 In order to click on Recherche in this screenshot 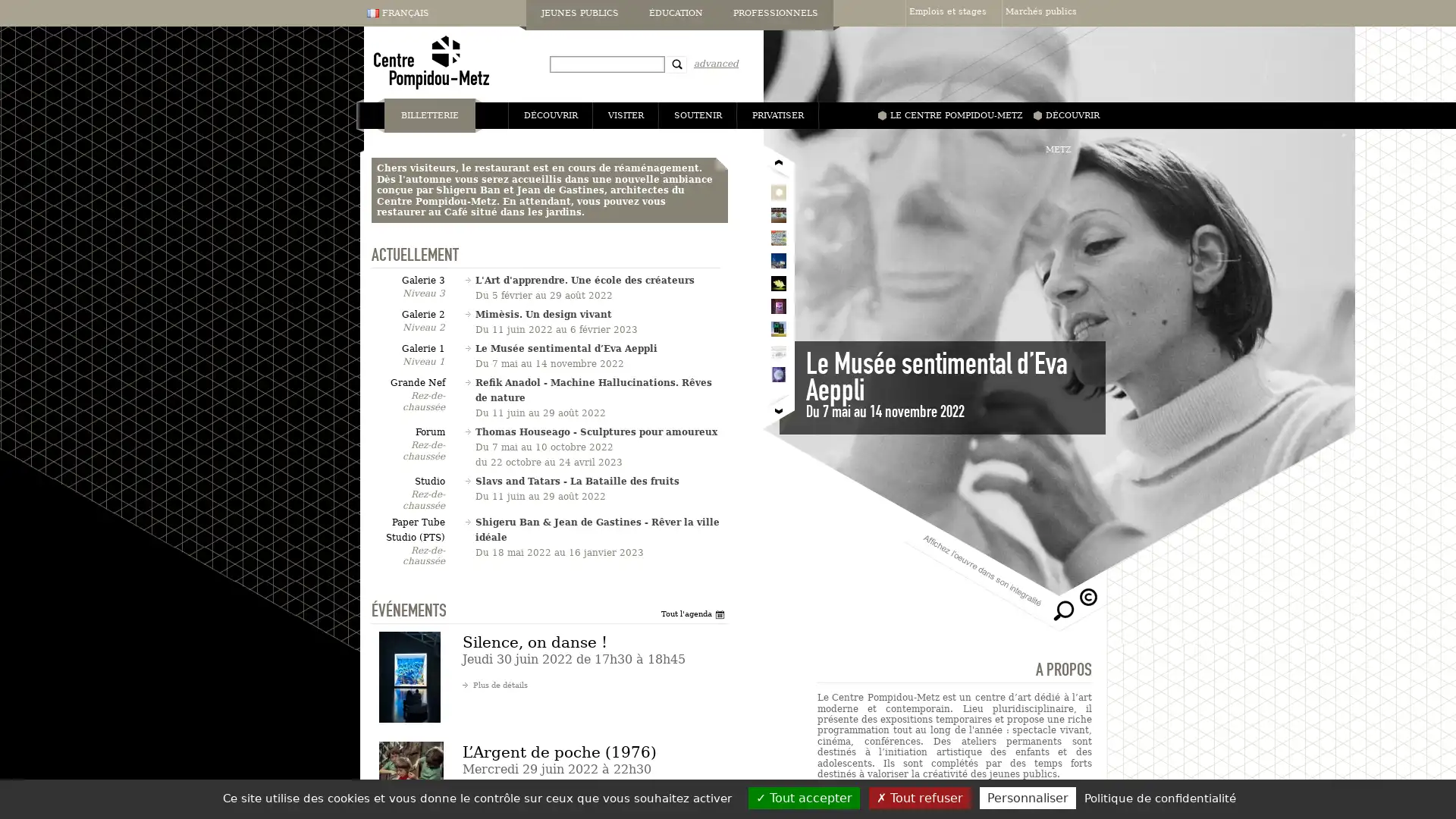, I will do `click(675, 64)`.